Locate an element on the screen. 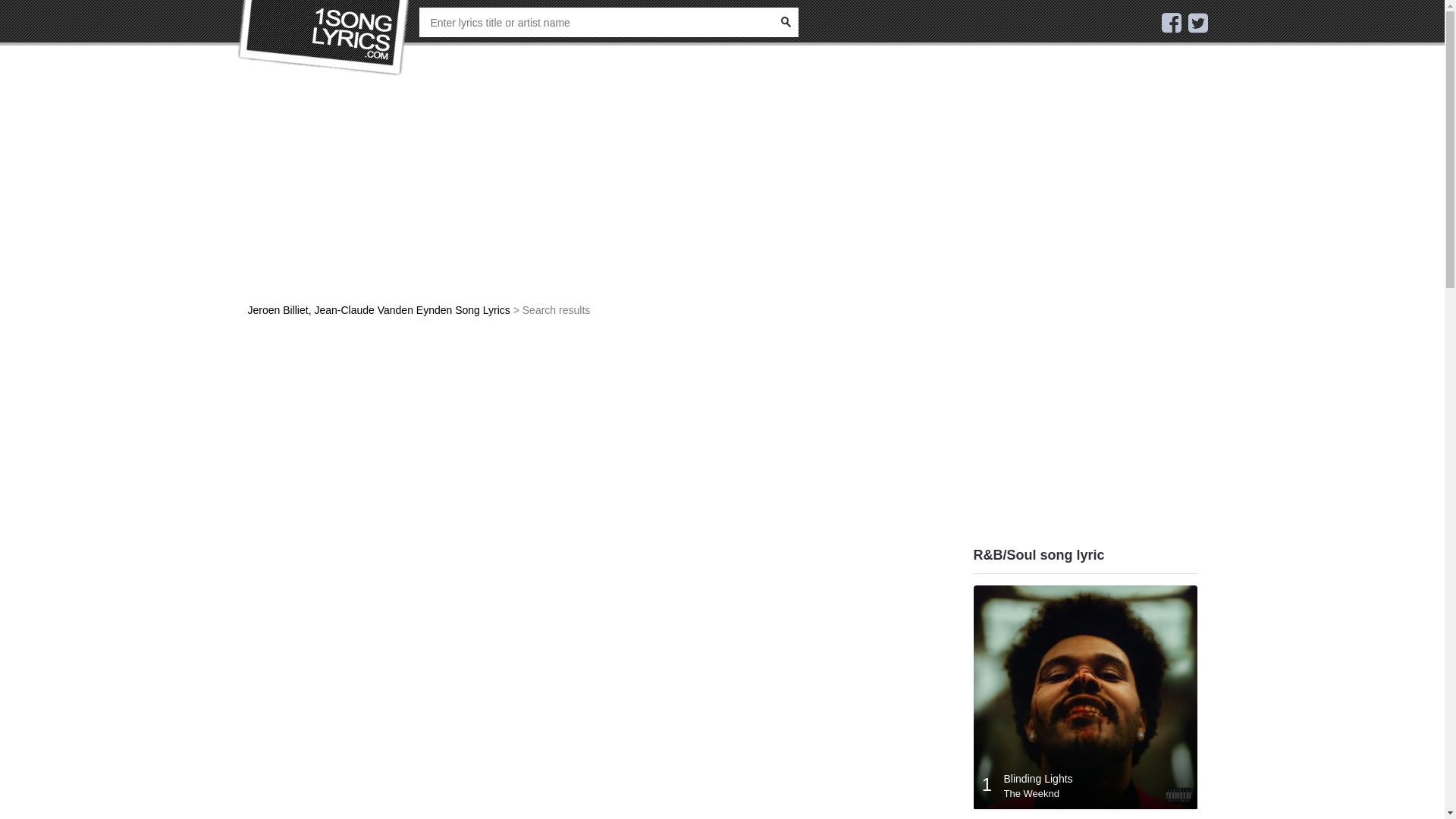  'Blinding Lights' is located at coordinates (1037, 778).